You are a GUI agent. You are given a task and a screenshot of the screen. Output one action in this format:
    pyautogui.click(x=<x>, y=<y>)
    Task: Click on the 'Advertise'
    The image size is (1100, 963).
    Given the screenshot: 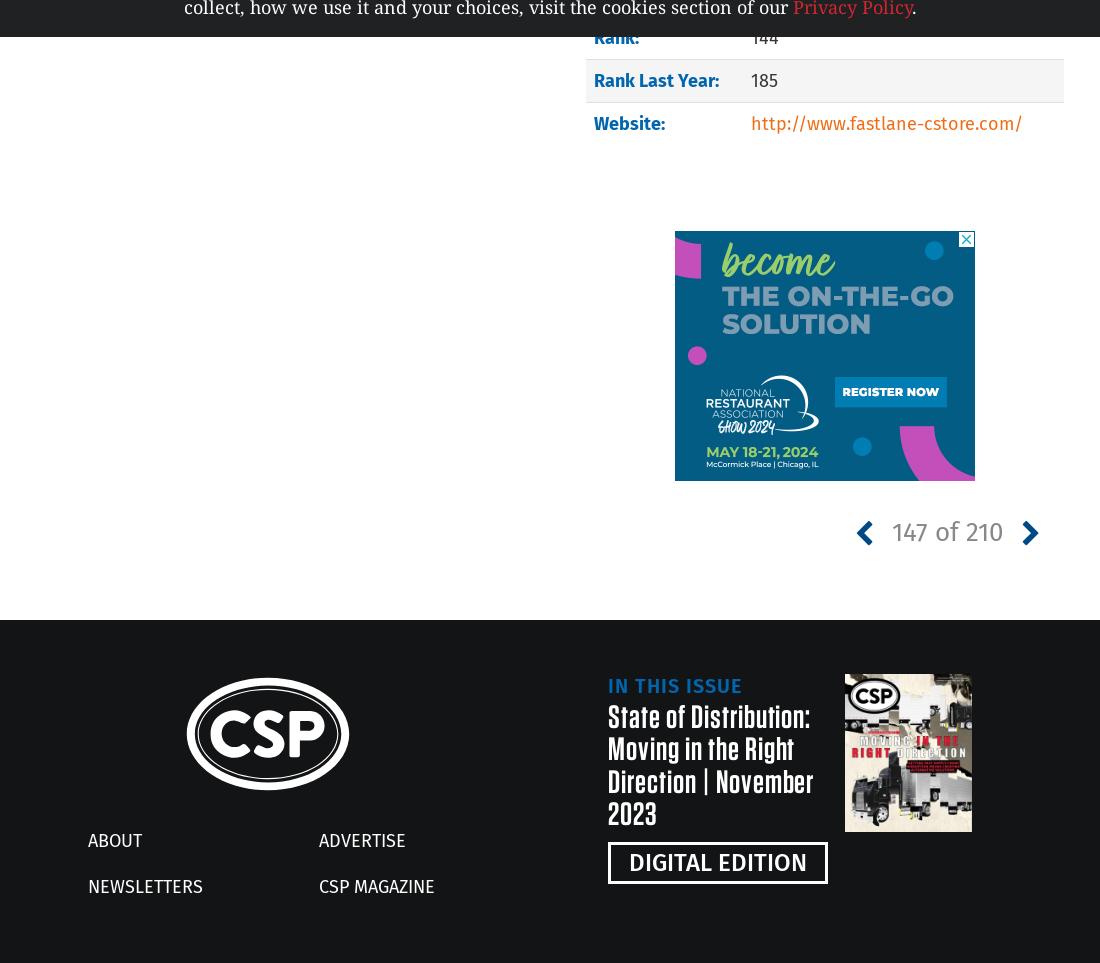 What is the action you would take?
    pyautogui.click(x=362, y=840)
    